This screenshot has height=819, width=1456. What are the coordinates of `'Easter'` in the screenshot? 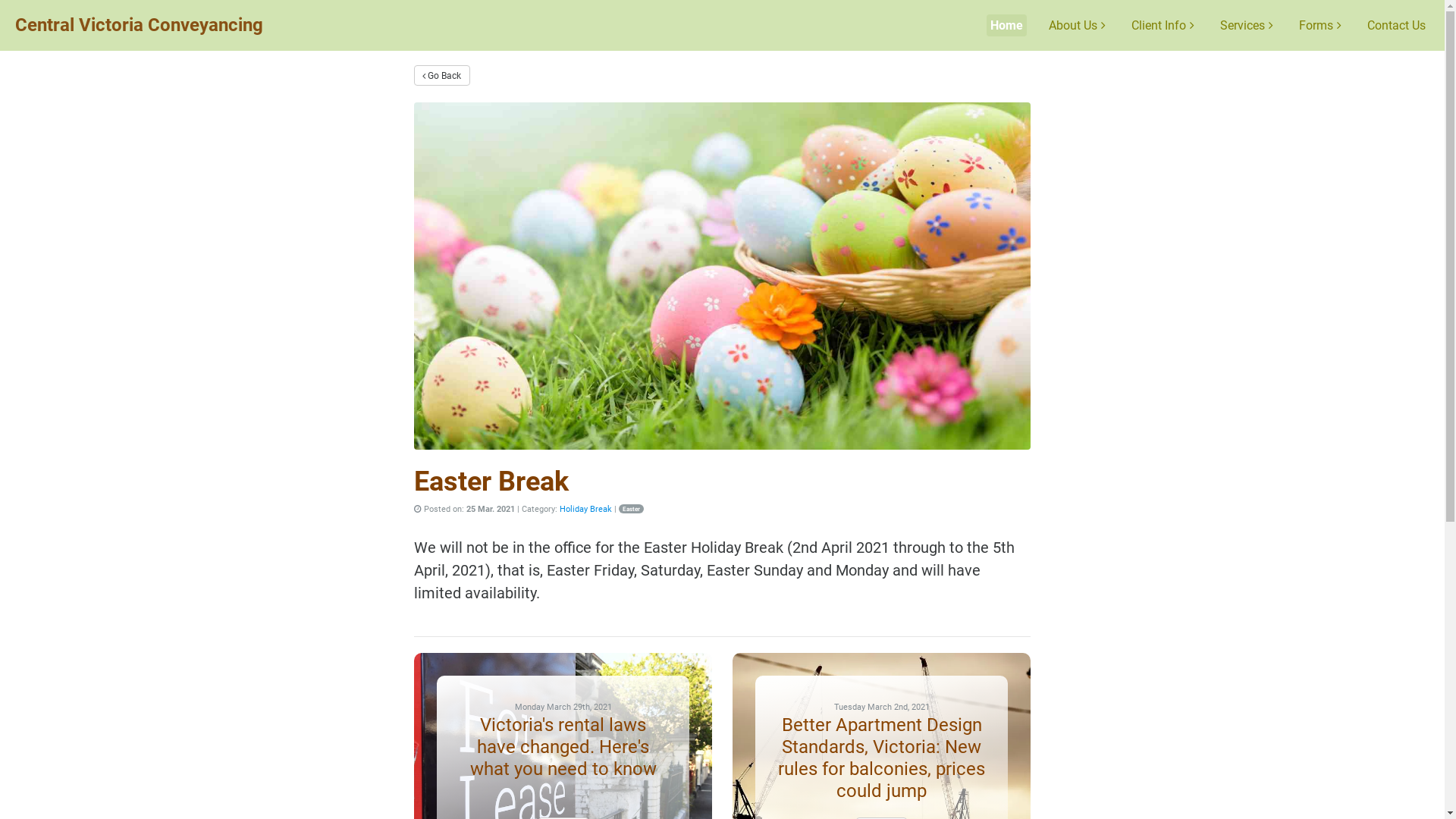 It's located at (631, 509).